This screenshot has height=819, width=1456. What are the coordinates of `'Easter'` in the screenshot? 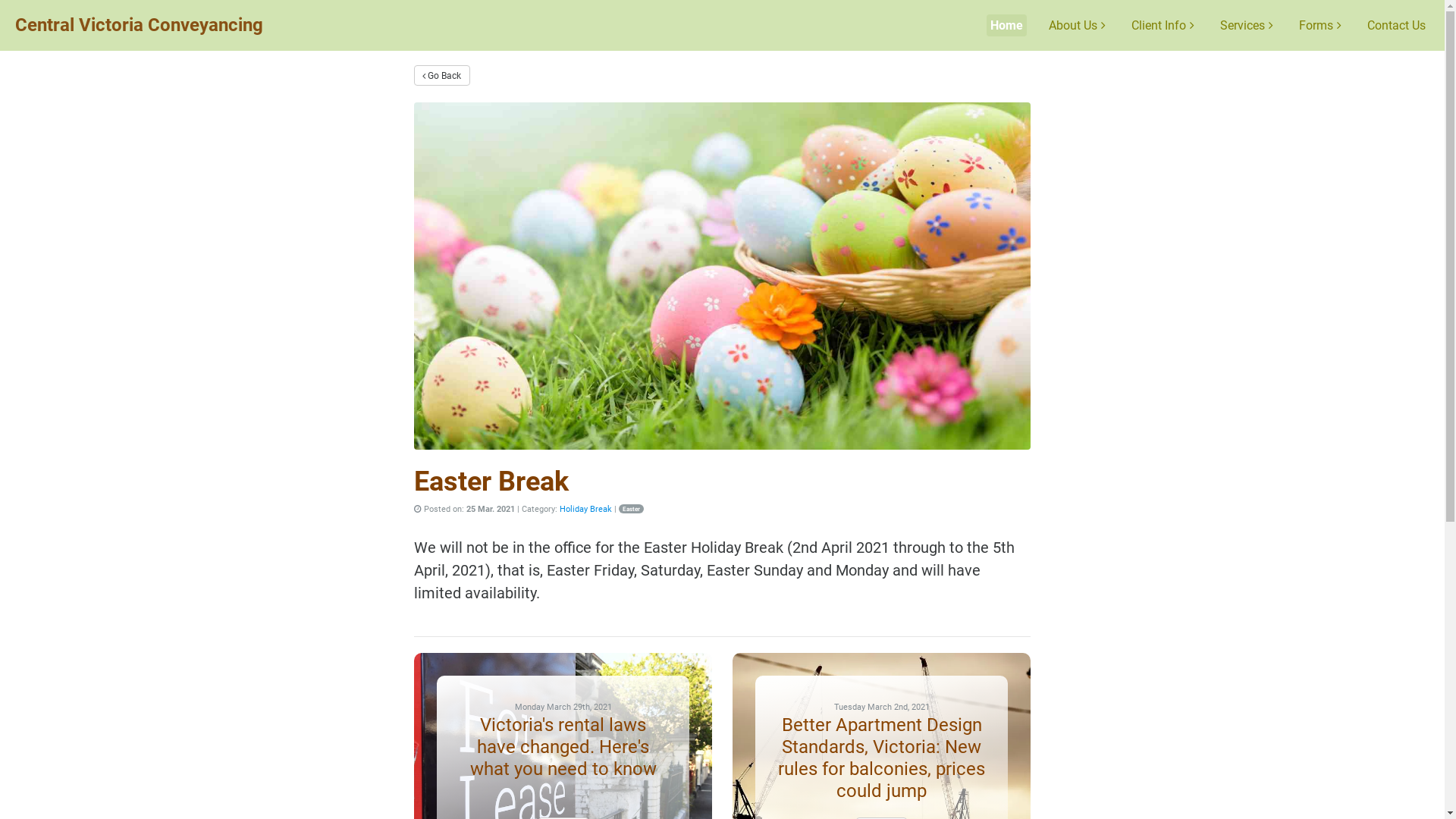 It's located at (631, 509).